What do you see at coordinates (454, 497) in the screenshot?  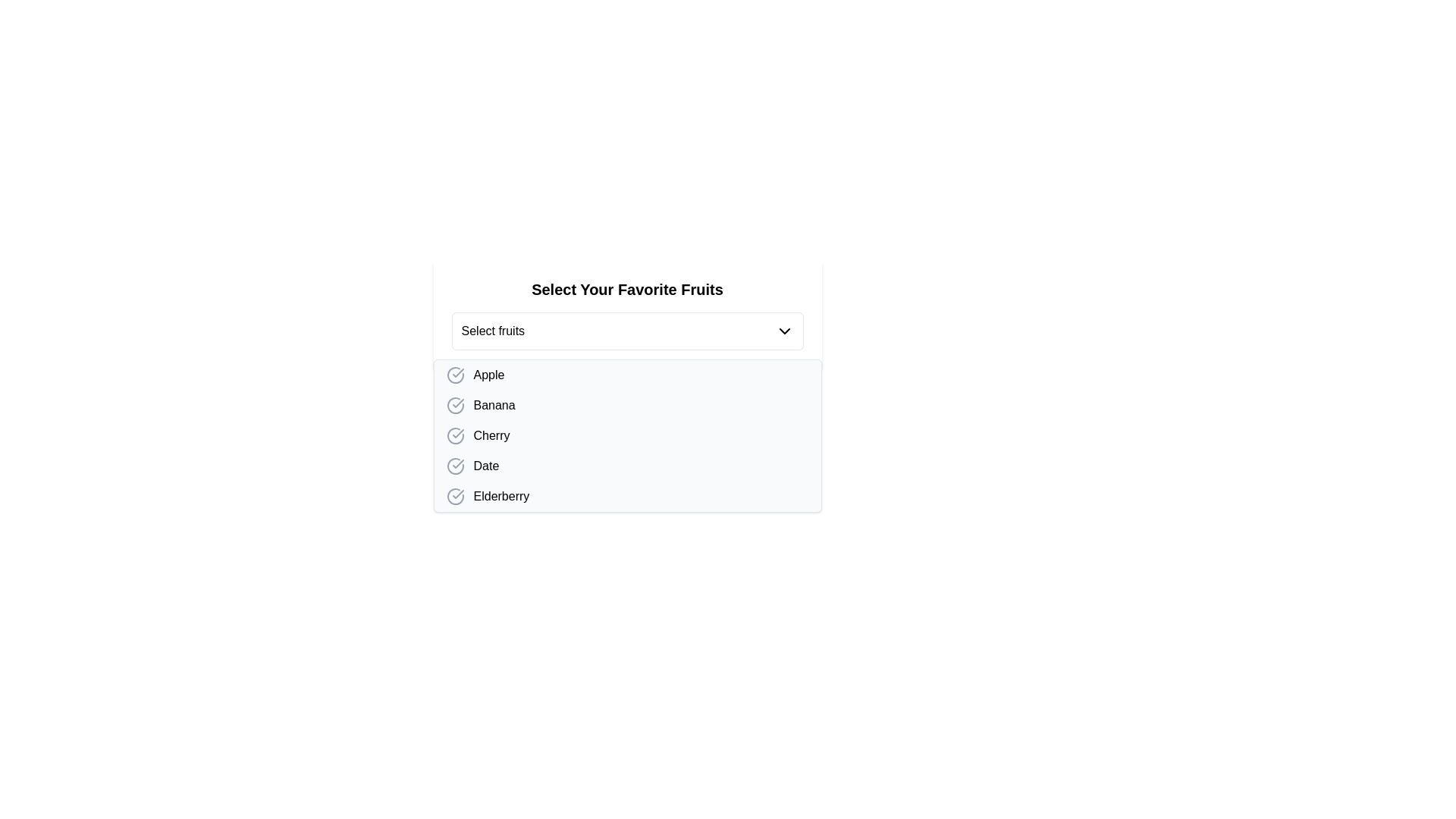 I see `the item selection indicator icon located to the immediate left of the text 'Elderberry' in the drop-down menu options` at bounding box center [454, 497].